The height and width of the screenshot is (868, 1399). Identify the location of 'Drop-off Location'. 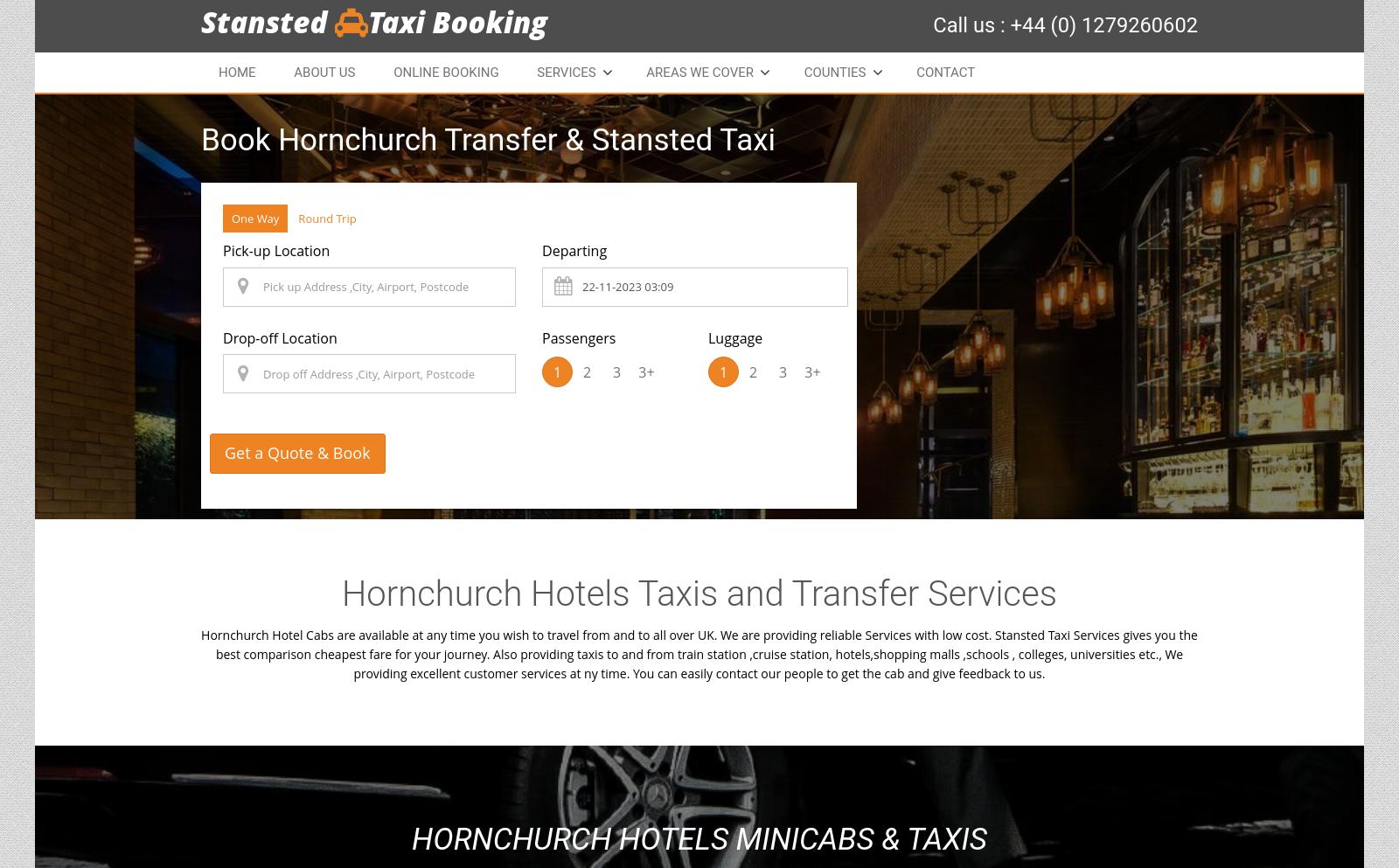
(280, 336).